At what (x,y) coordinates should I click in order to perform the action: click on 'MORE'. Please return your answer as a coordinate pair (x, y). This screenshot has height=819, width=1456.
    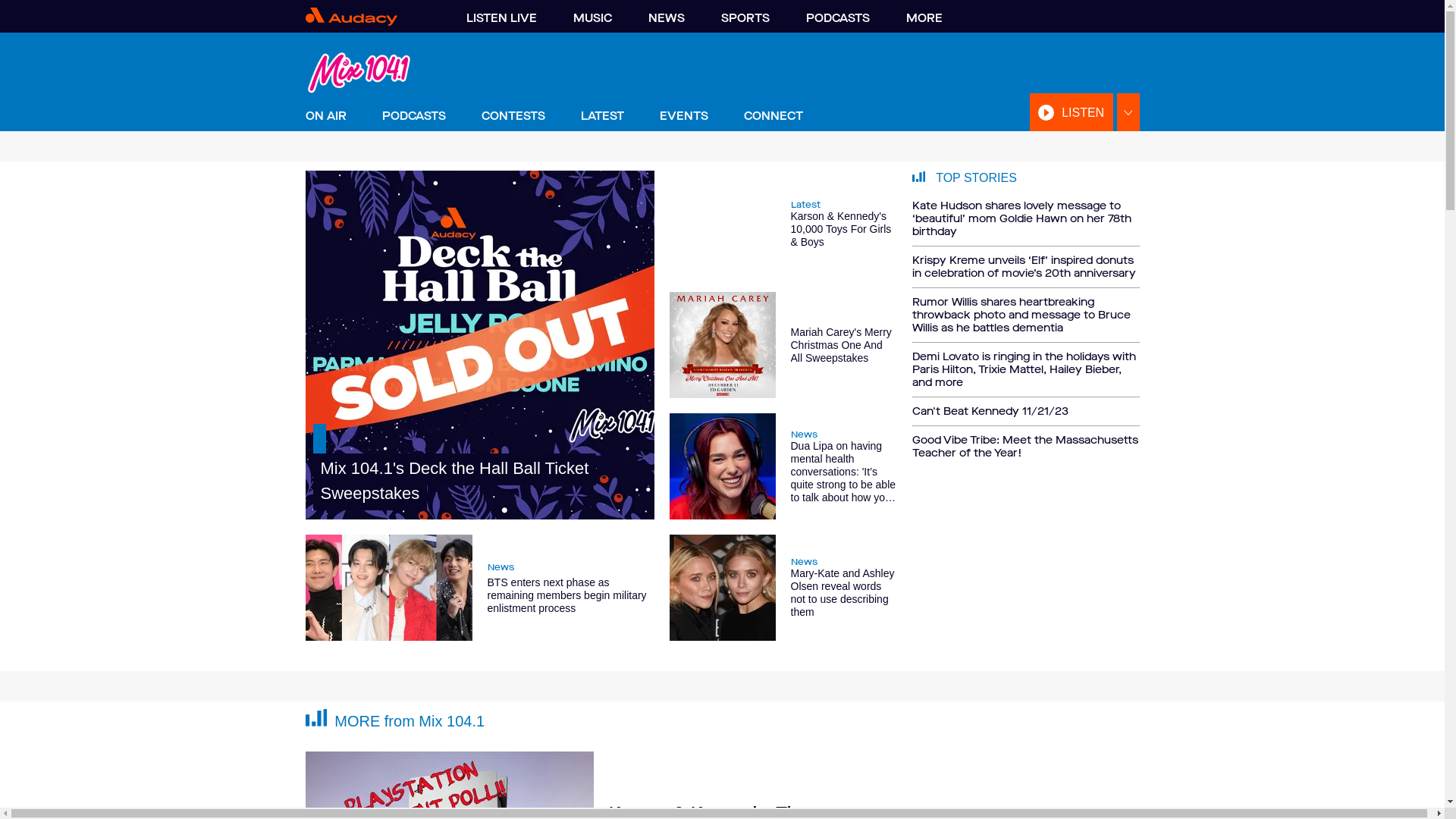
    Looking at the image, I should click on (923, 17).